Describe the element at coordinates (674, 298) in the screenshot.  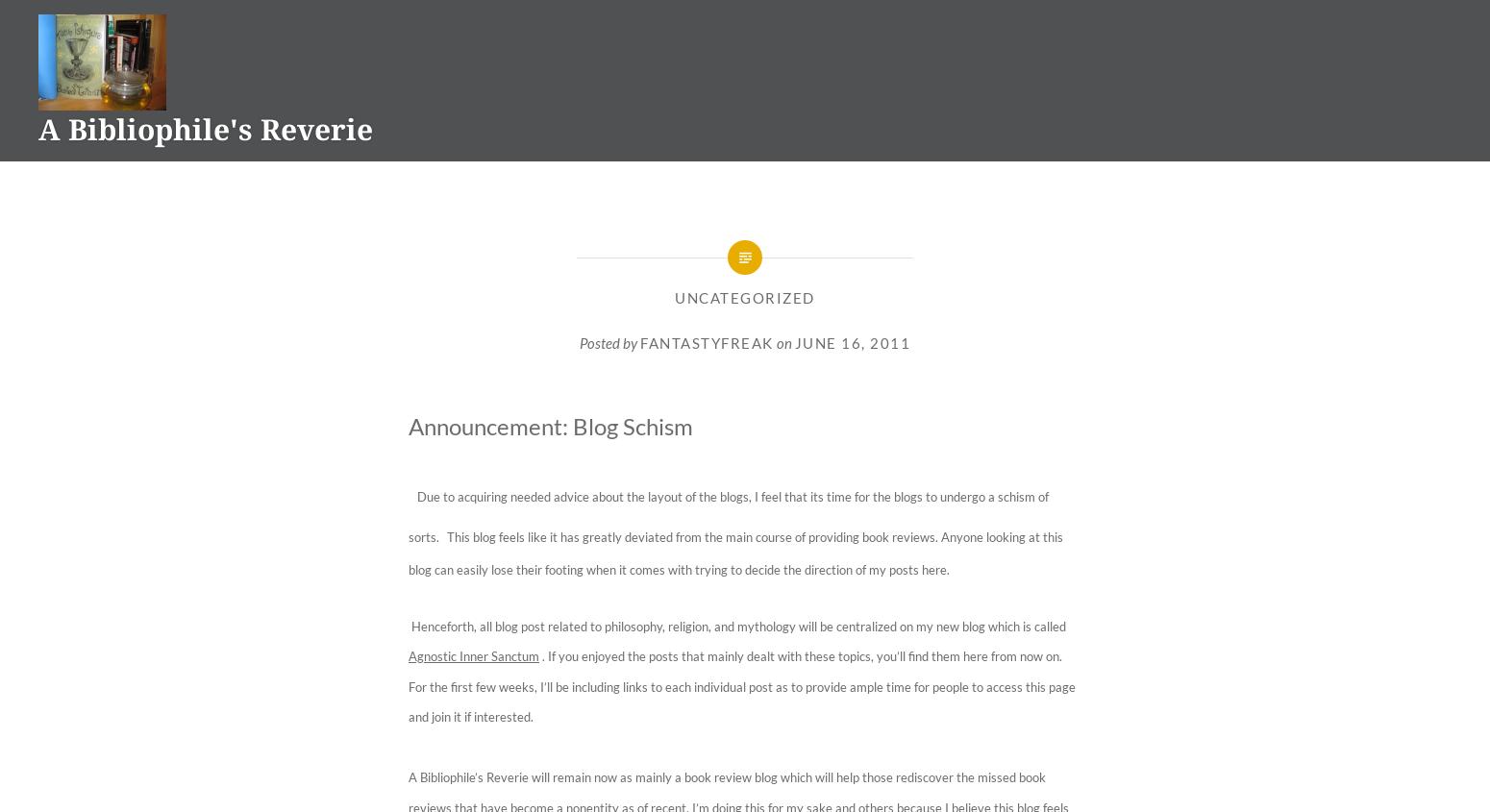
I see `'Uncategorized'` at that location.